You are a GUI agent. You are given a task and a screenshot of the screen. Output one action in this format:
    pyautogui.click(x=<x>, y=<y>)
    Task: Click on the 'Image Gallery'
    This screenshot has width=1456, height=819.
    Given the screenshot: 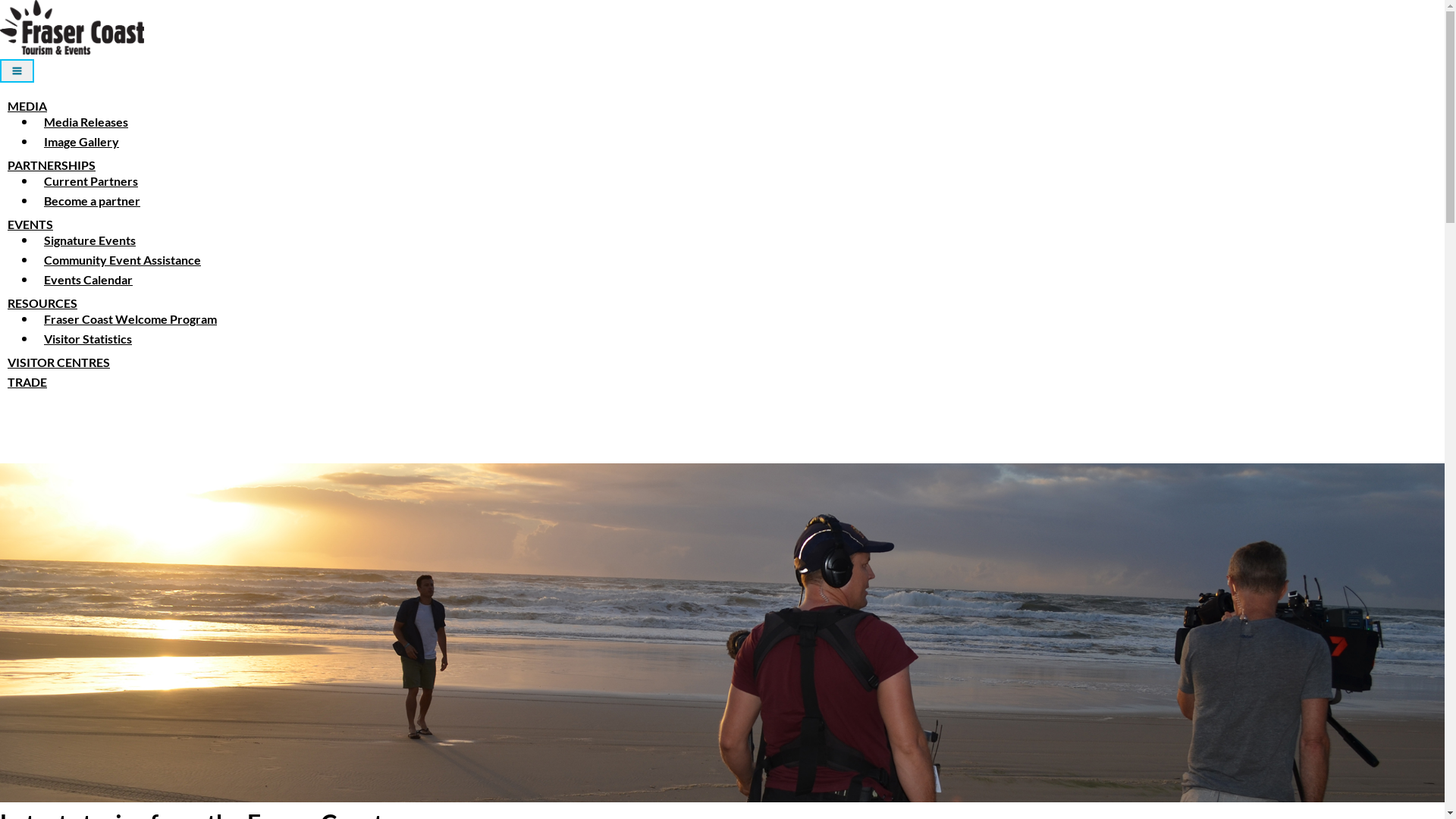 What is the action you would take?
    pyautogui.click(x=36, y=141)
    